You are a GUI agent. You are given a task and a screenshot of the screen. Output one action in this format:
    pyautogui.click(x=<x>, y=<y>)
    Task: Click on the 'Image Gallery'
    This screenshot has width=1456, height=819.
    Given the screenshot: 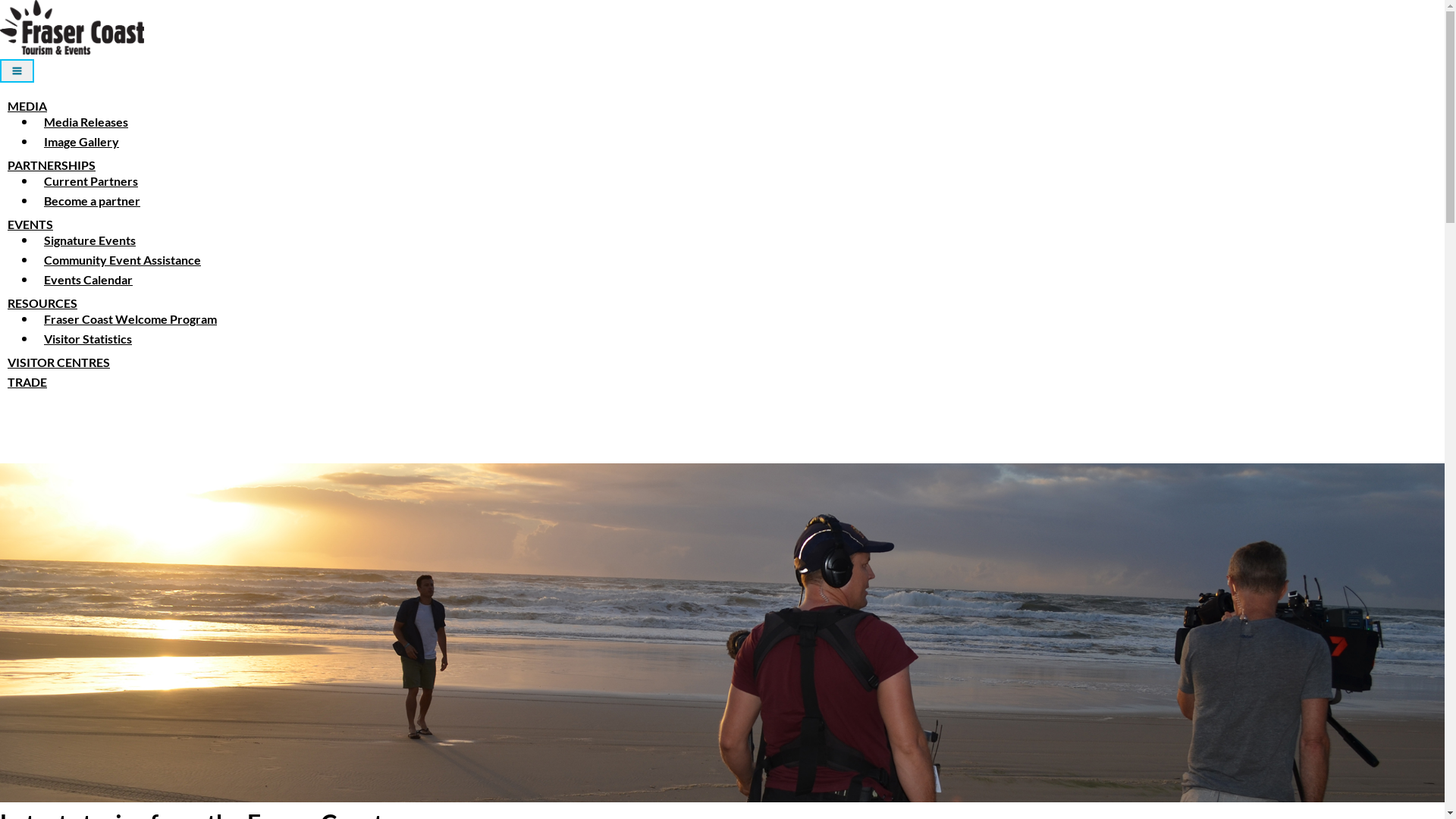 What is the action you would take?
    pyautogui.click(x=36, y=141)
    